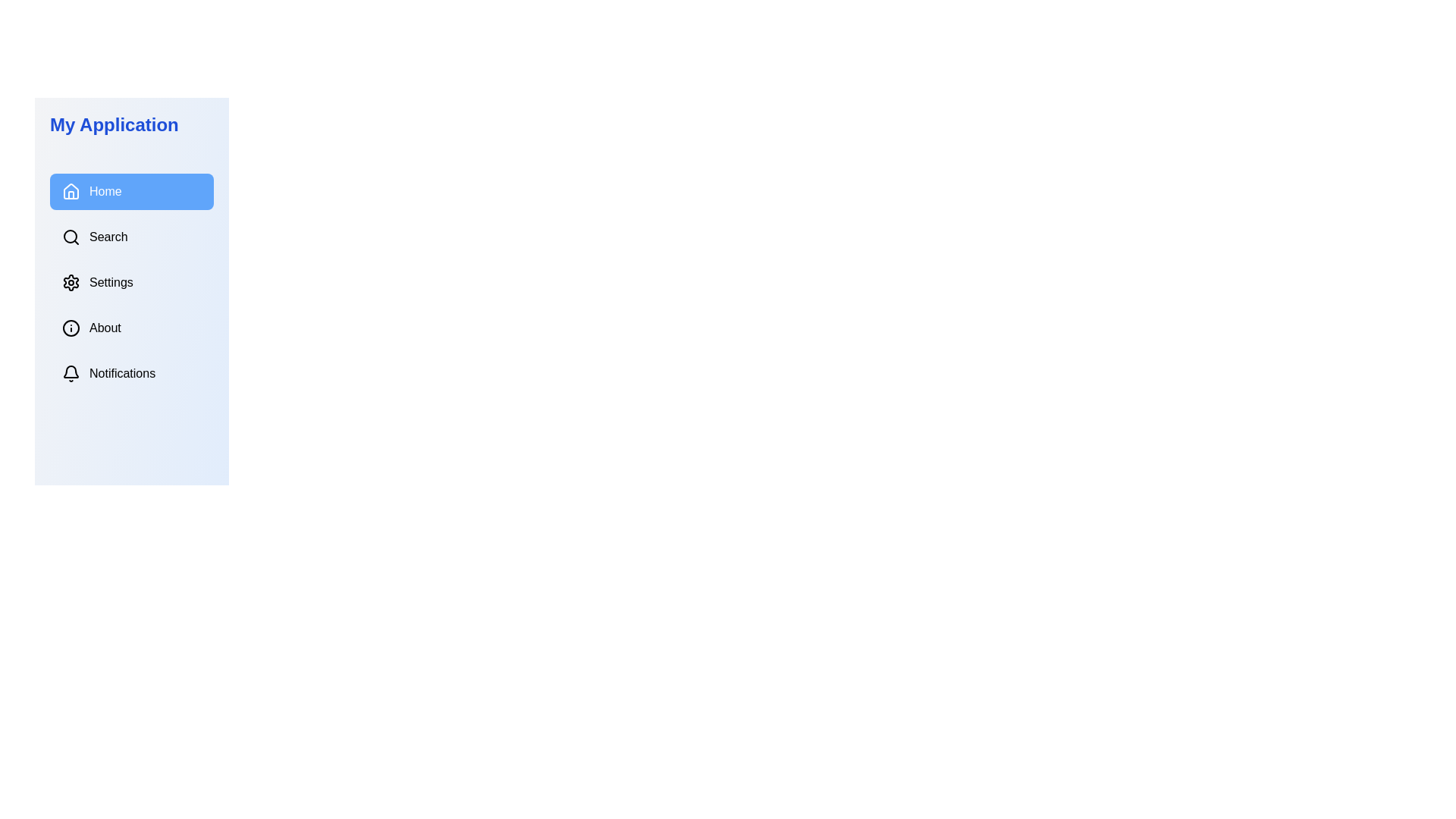 Image resolution: width=1456 pixels, height=819 pixels. I want to click on the information indicator icon located inside the 'About' section in the left sidebar of the application interface, so click(71, 327).